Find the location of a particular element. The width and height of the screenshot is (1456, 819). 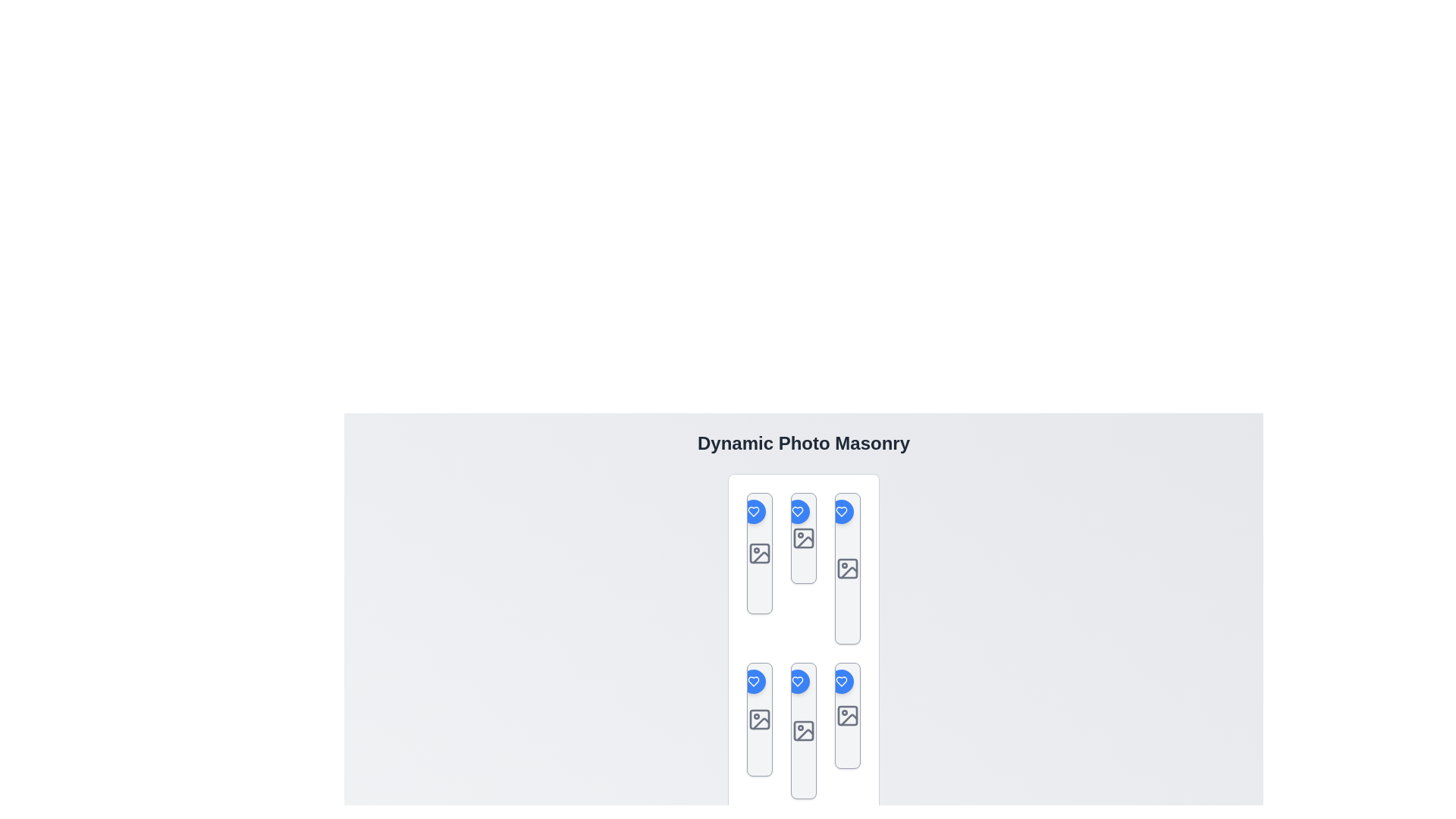

the favorite or like button located in the upper-right corner of its card is located at coordinates (840, 680).